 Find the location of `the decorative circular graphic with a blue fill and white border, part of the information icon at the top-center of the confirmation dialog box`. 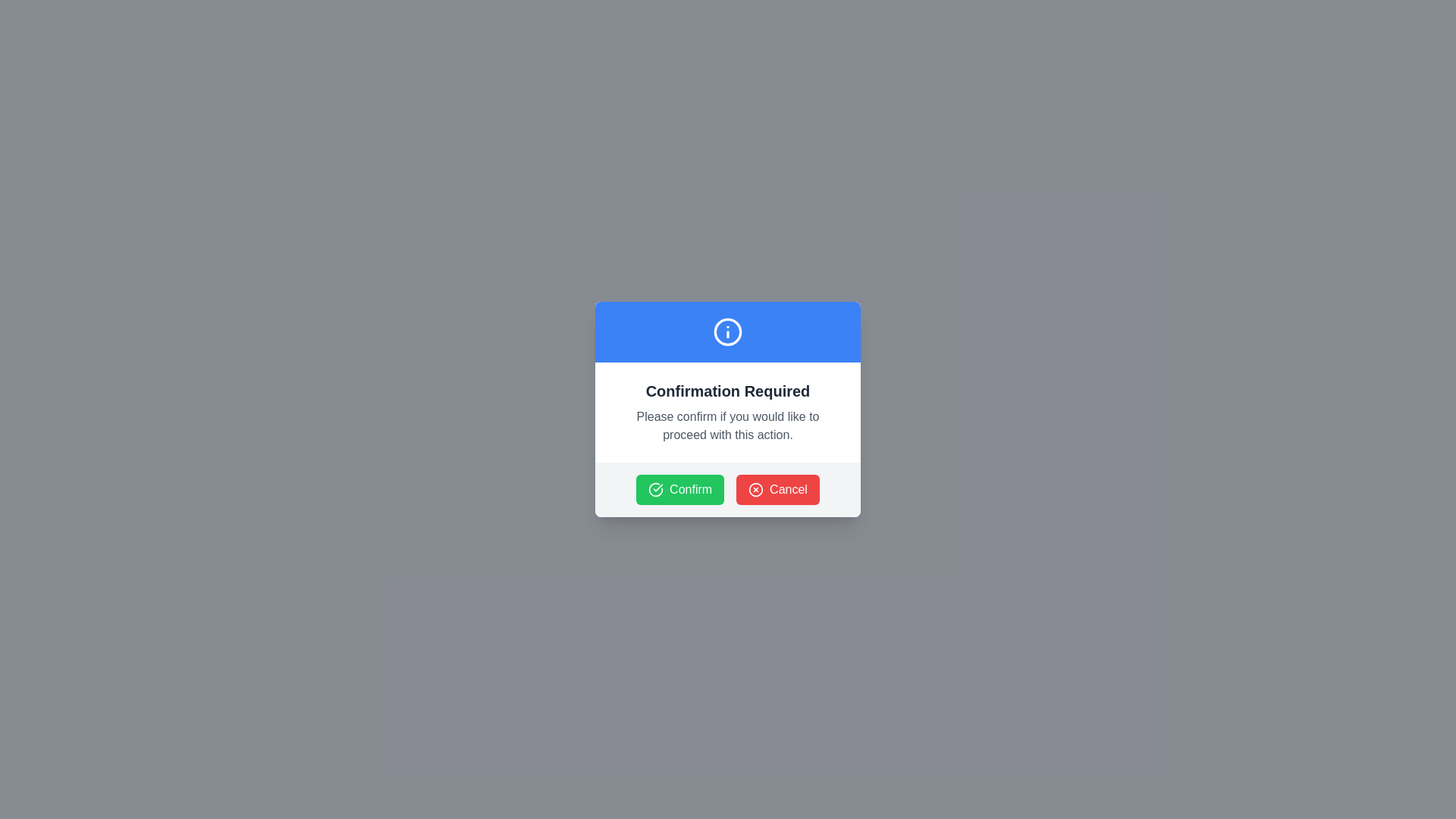

the decorative circular graphic with a blue fill and white border, part of the information icon at the top-center of the confirmation dialog box is located at coordinates (728, 331).